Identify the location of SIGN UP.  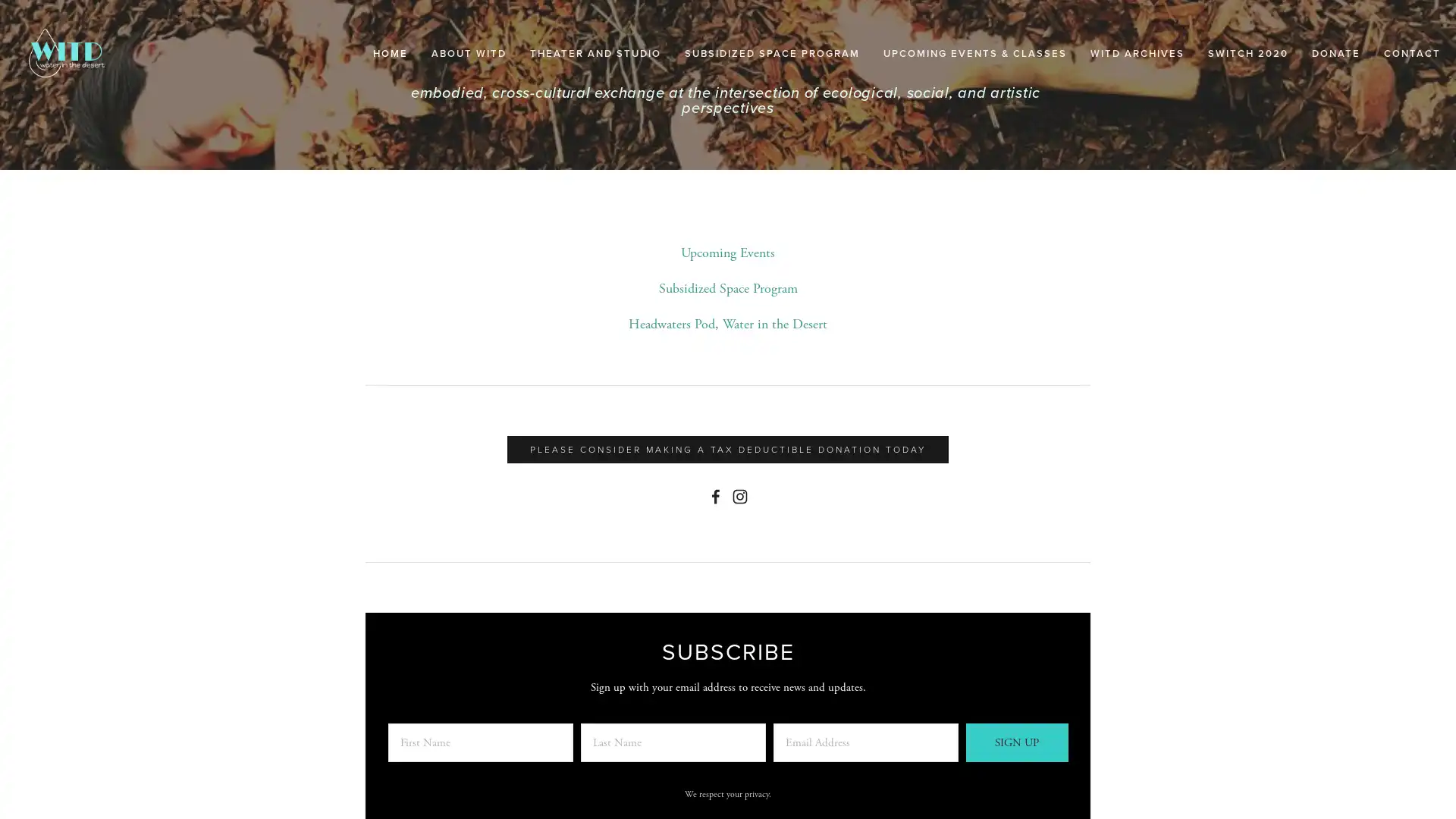
(1016, 742).